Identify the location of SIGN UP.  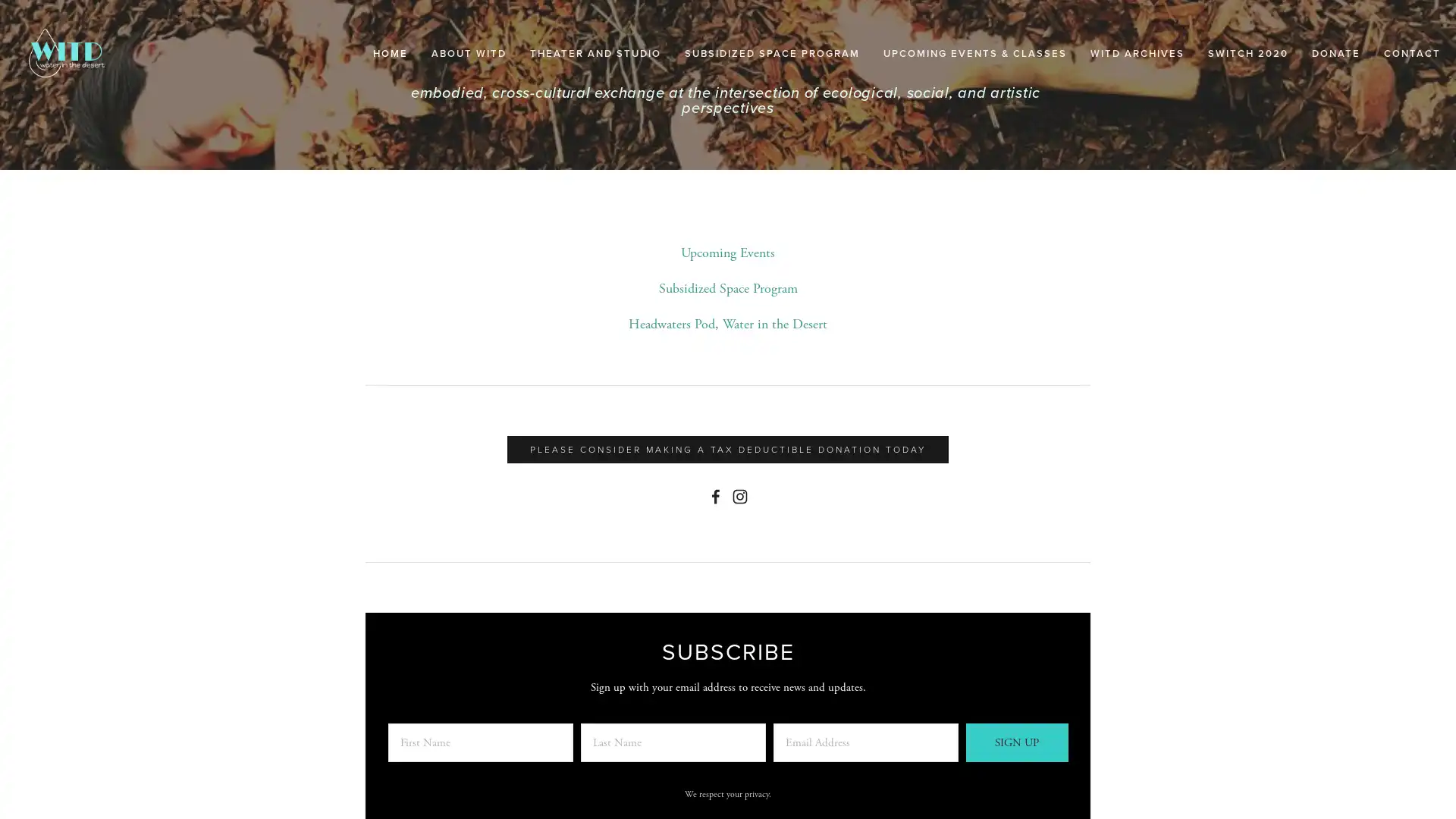
(1016, 742).